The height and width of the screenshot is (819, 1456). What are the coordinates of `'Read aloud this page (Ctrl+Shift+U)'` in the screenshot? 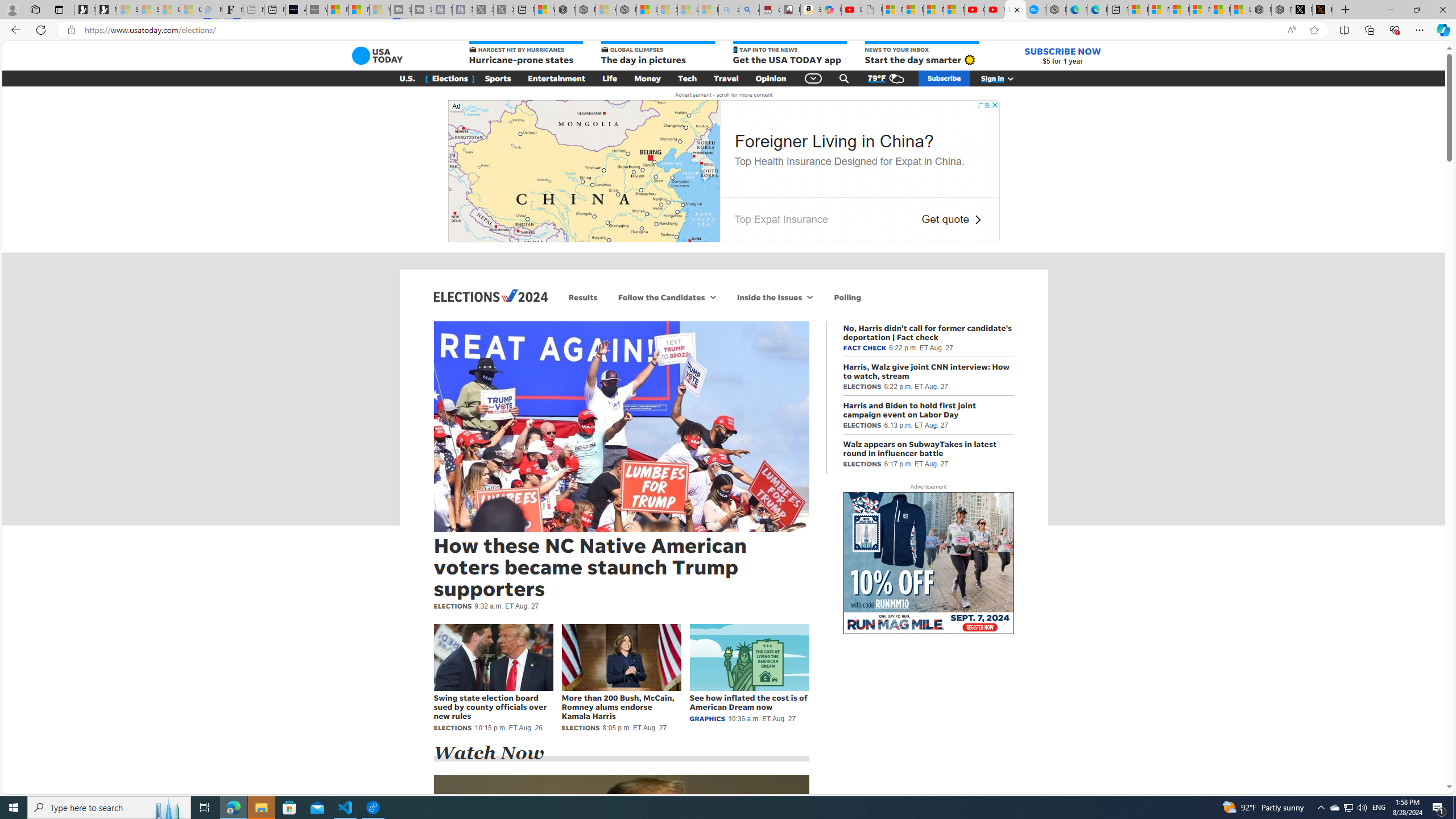 It's located at (1291, 30).